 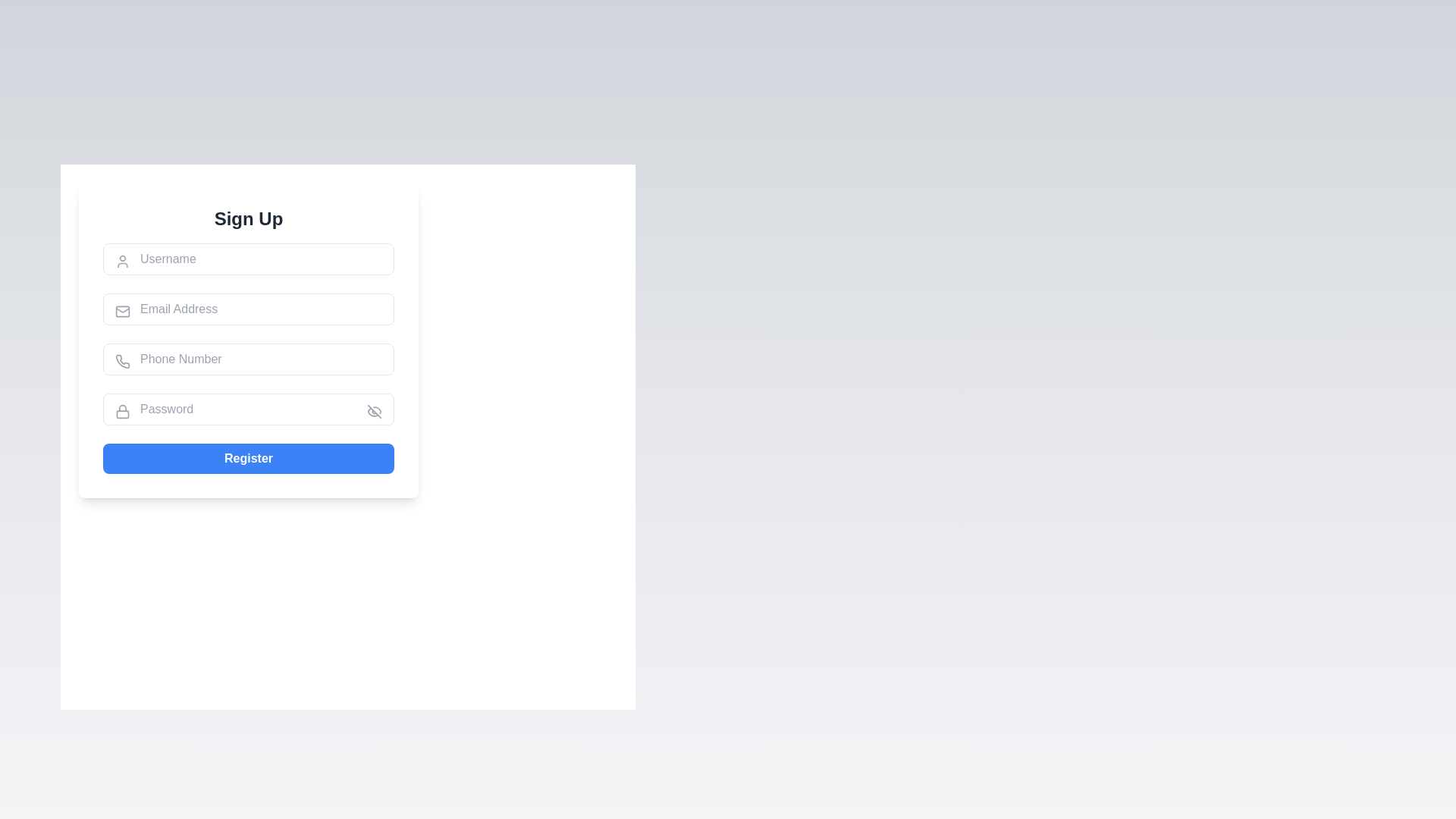 I want to click on SVG properties of the phone icon located within the 'Phone Number' input field, which serves as an indicator for the required phone number input, so click(x=123, y=361).